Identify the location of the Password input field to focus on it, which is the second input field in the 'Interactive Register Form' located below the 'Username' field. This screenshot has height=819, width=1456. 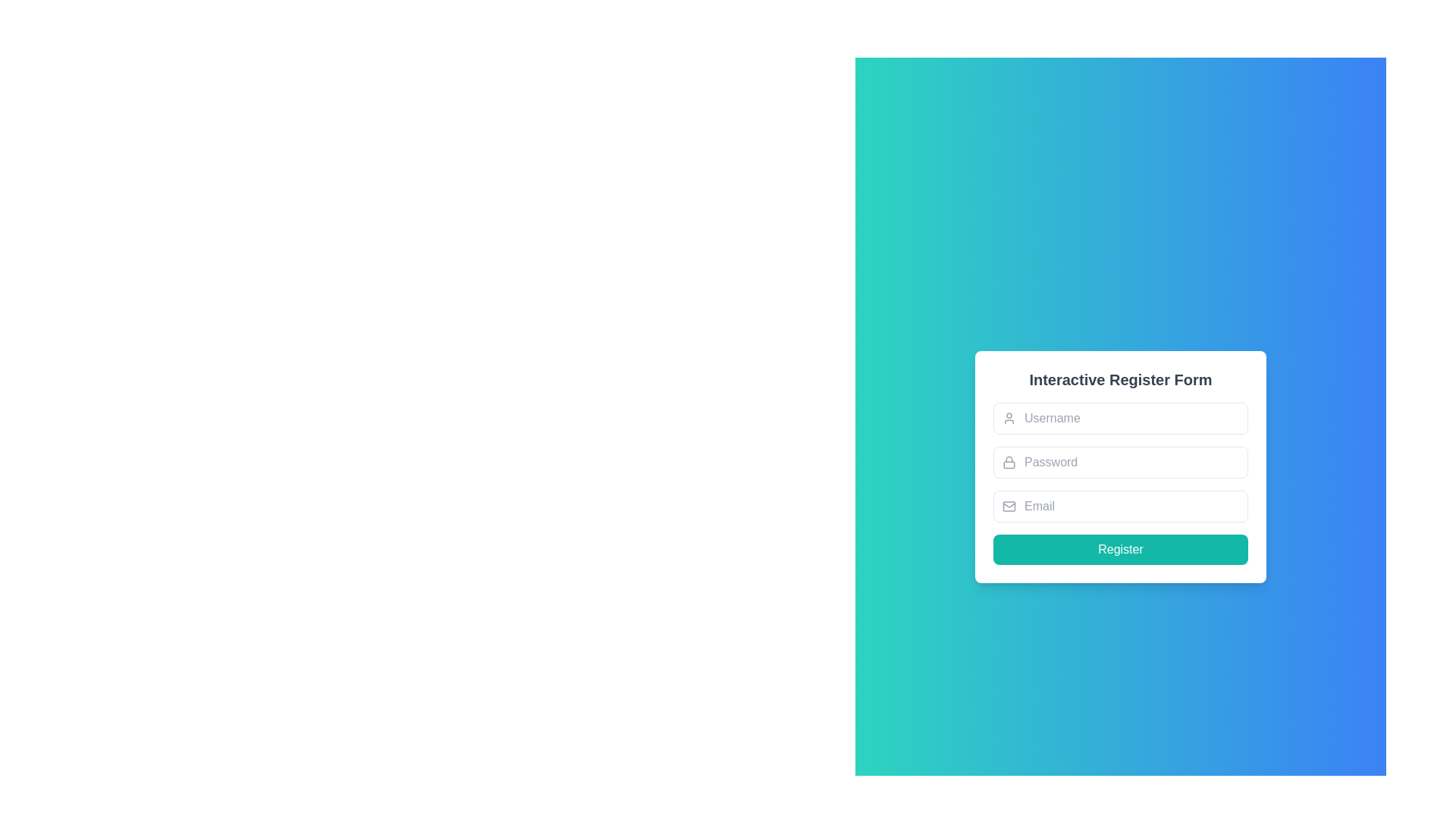
(1121, 483).